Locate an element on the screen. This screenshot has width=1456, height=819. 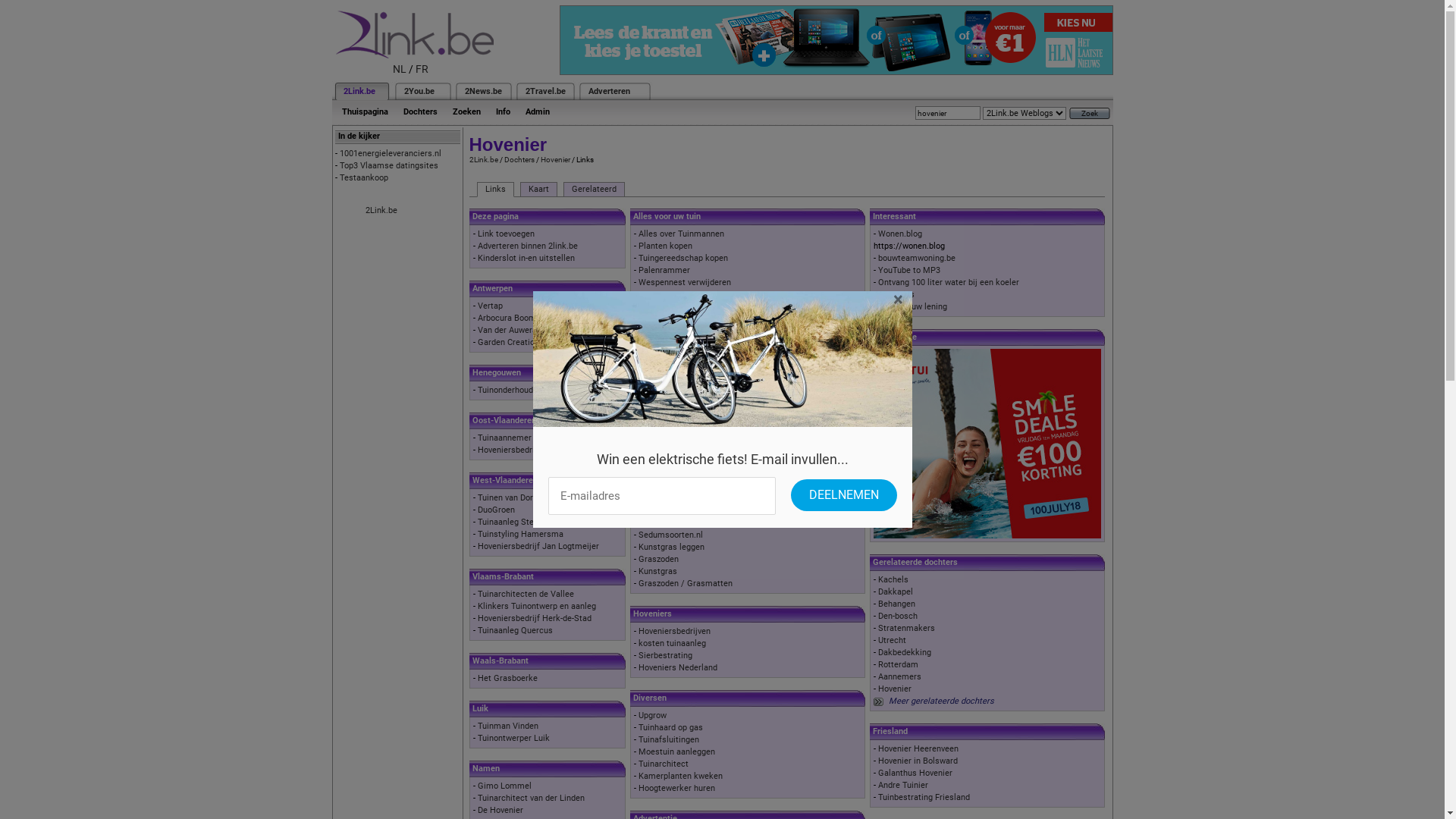
'Palenrammer' is located at coordinates (664, 269).